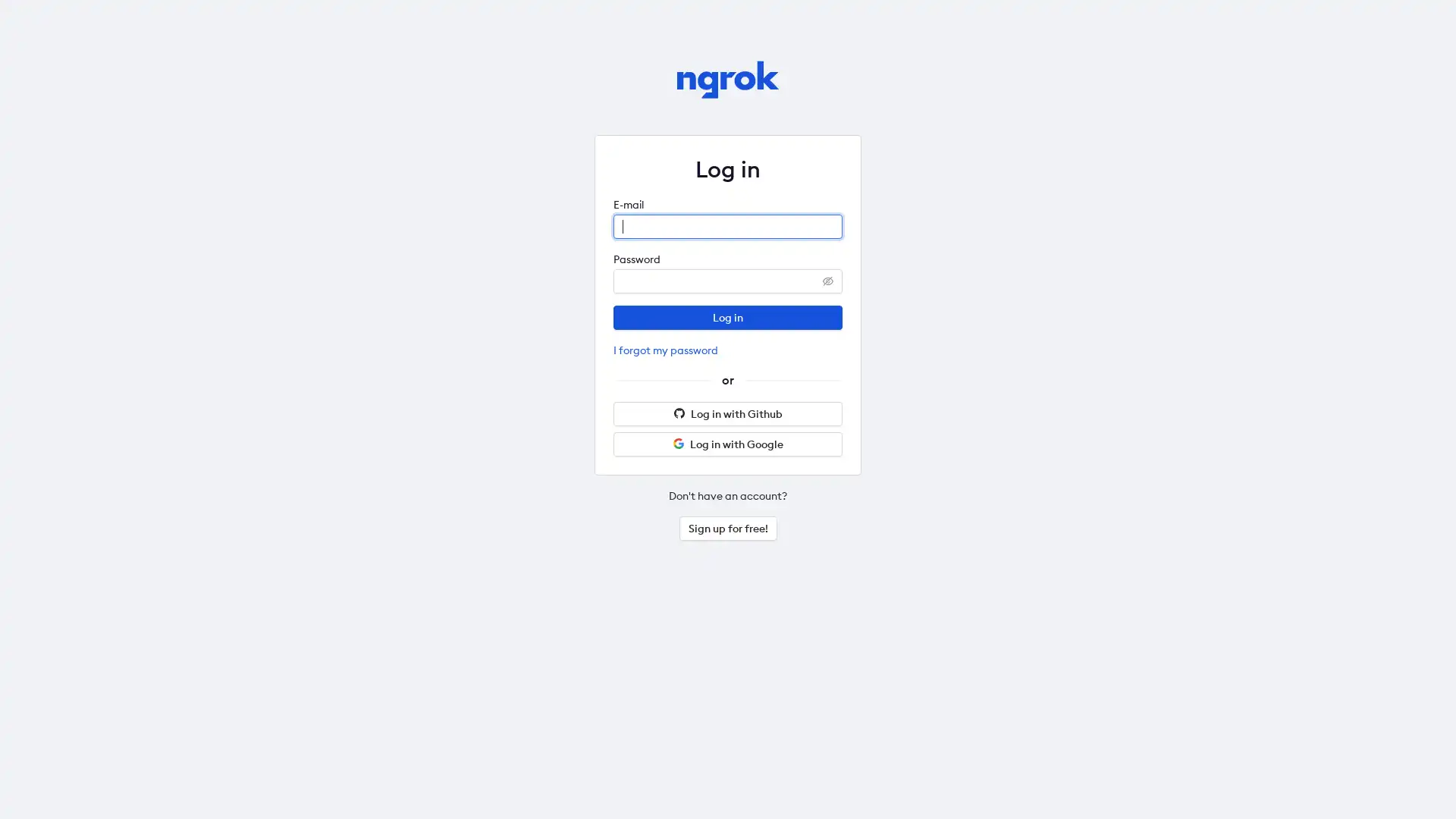 The width and height of the screenshot is (1456, 819). Describe the element at coordinates (728, 315) in the screenshot. I see `Log in` at that location.